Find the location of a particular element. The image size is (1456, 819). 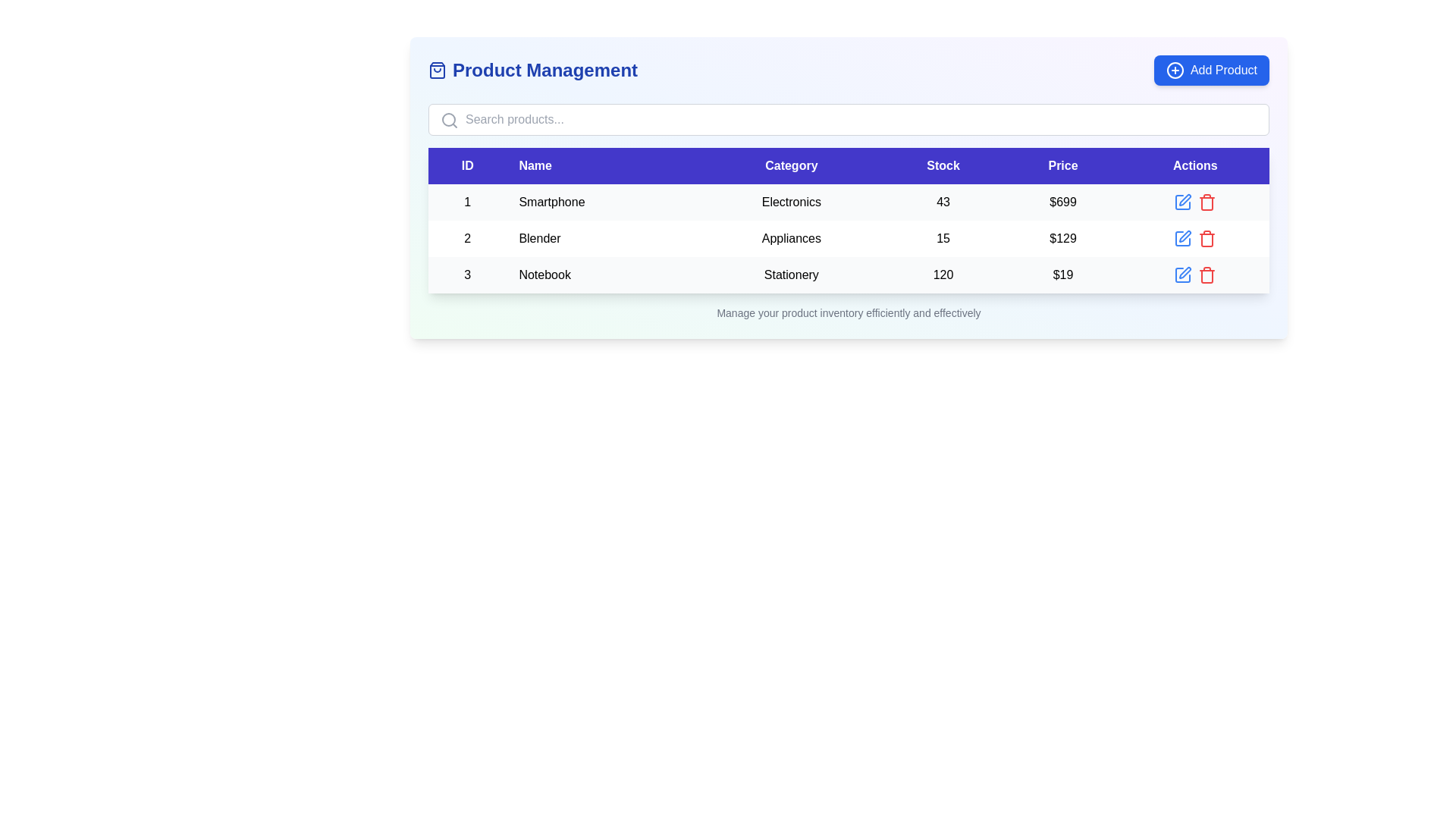

the 'Actions' column header, which is the last header in the table aligned with the top of the table, positioned to the far right after the 'Price' column is located at coordinates (1194, 166).